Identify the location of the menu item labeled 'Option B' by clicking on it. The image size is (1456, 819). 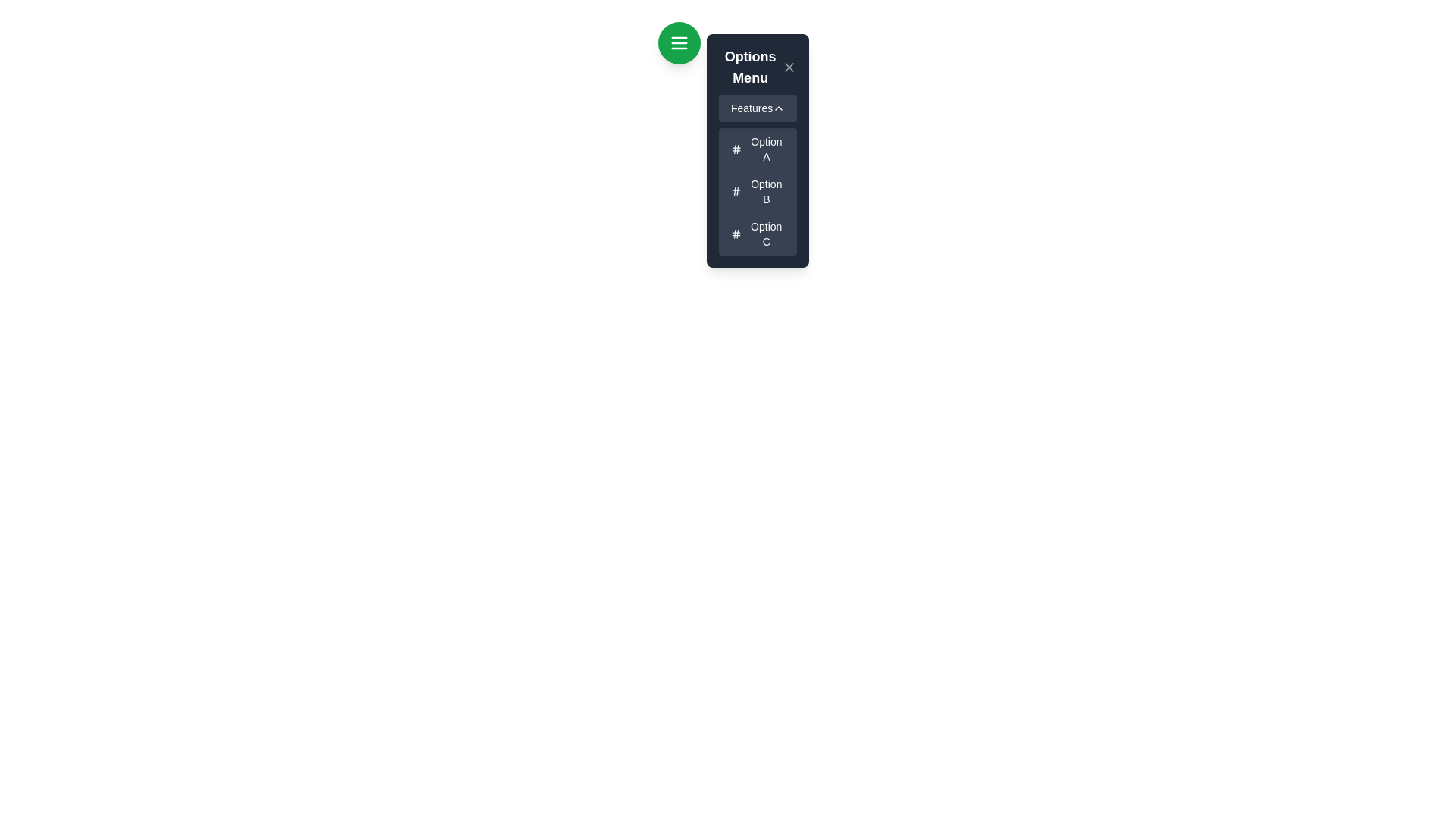
(758, 191).